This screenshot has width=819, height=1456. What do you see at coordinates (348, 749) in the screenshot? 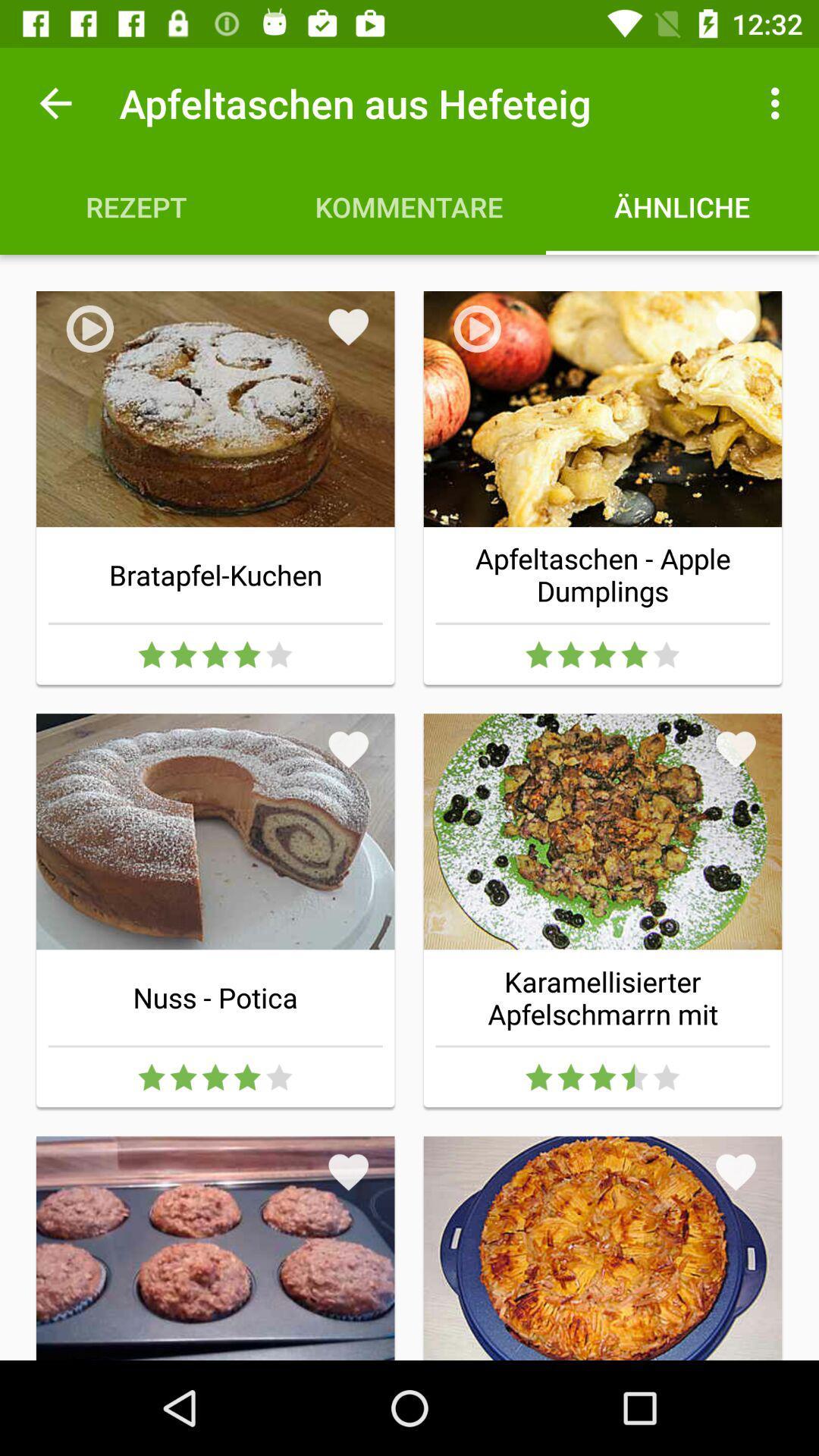
I see `the icon at the center` at bounding box center [348, 749].